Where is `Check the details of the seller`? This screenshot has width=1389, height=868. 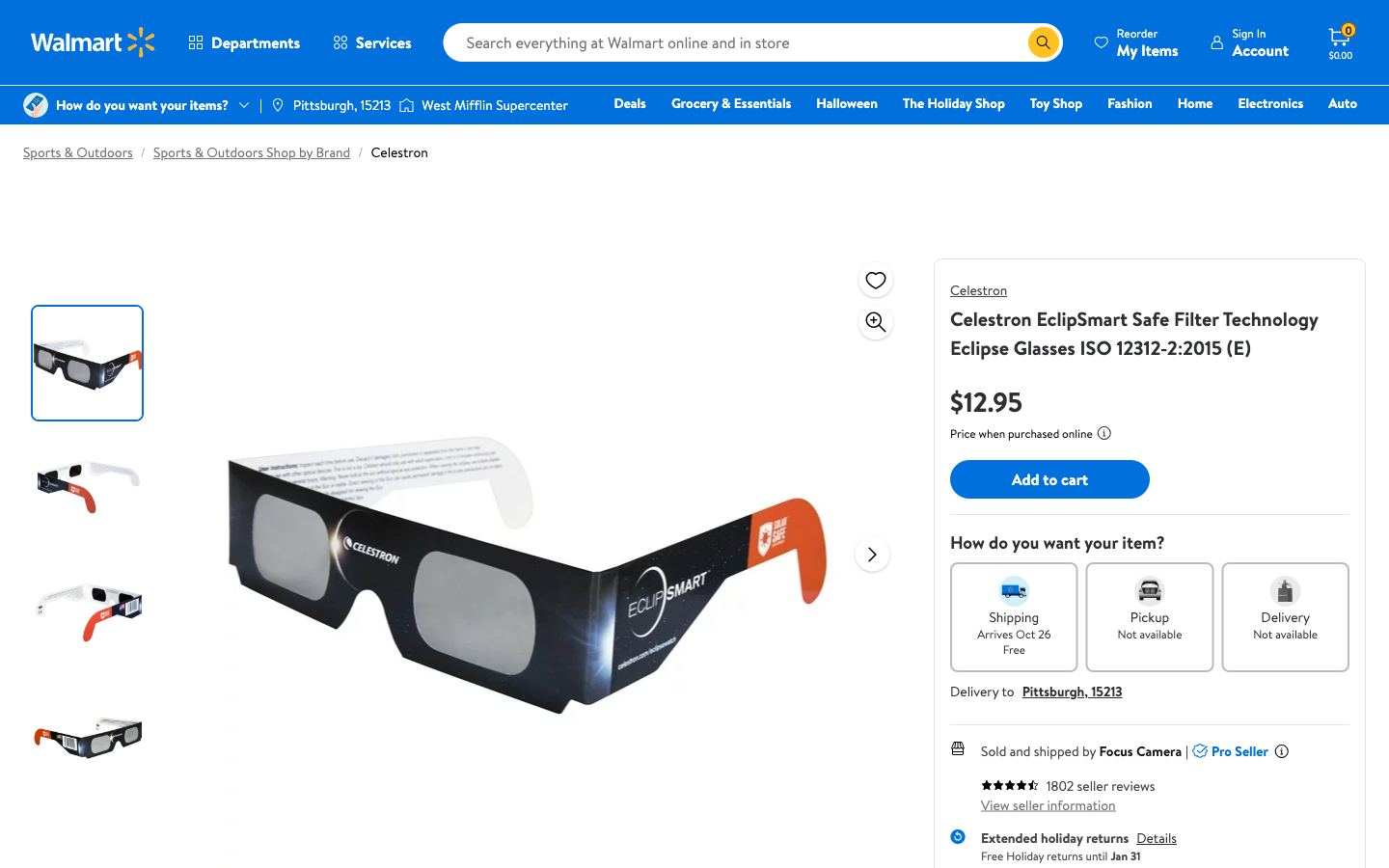 Check the details of the seller is located at coordinates (1048, 804).